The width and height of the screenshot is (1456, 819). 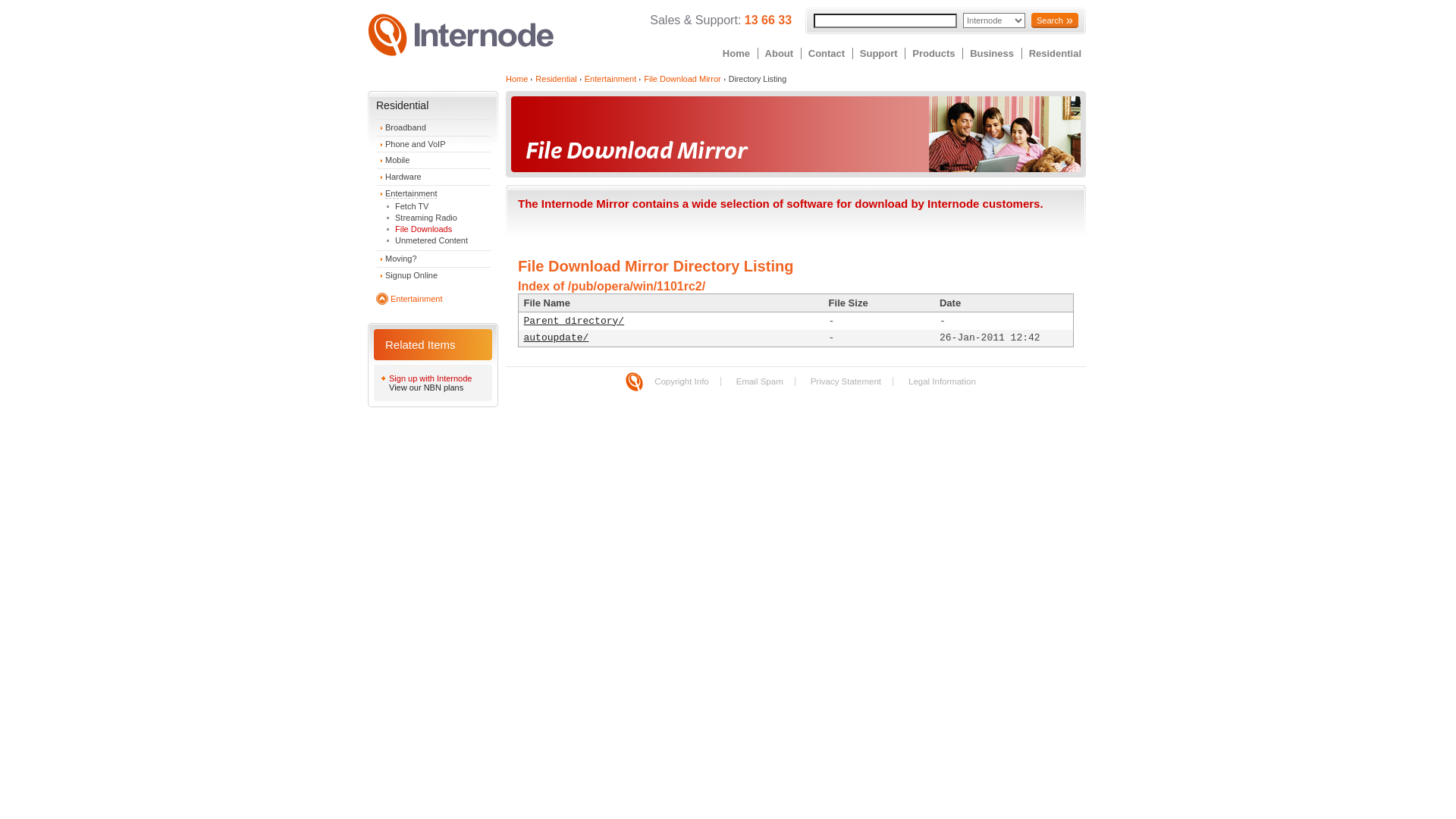 I want to click on 'About', so click(x=761, y=52).